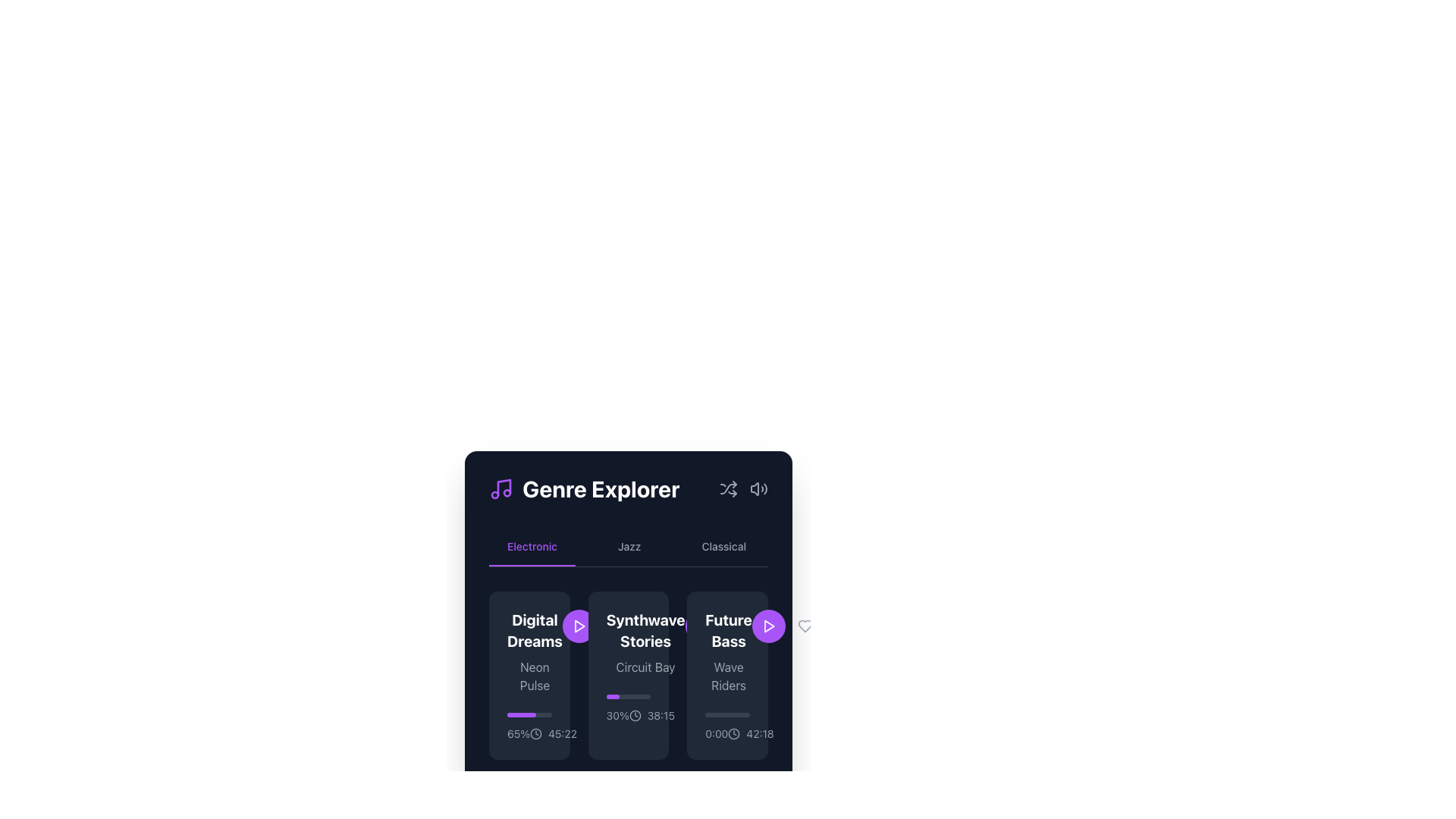 The image size is (1456, 819). What do you see at coordinates (765, 626) in the screenshot?
I see `the Icon Button styled as an ellipsis icon, characterized by three evenly spaced dots` at bounding box center [765, 626].